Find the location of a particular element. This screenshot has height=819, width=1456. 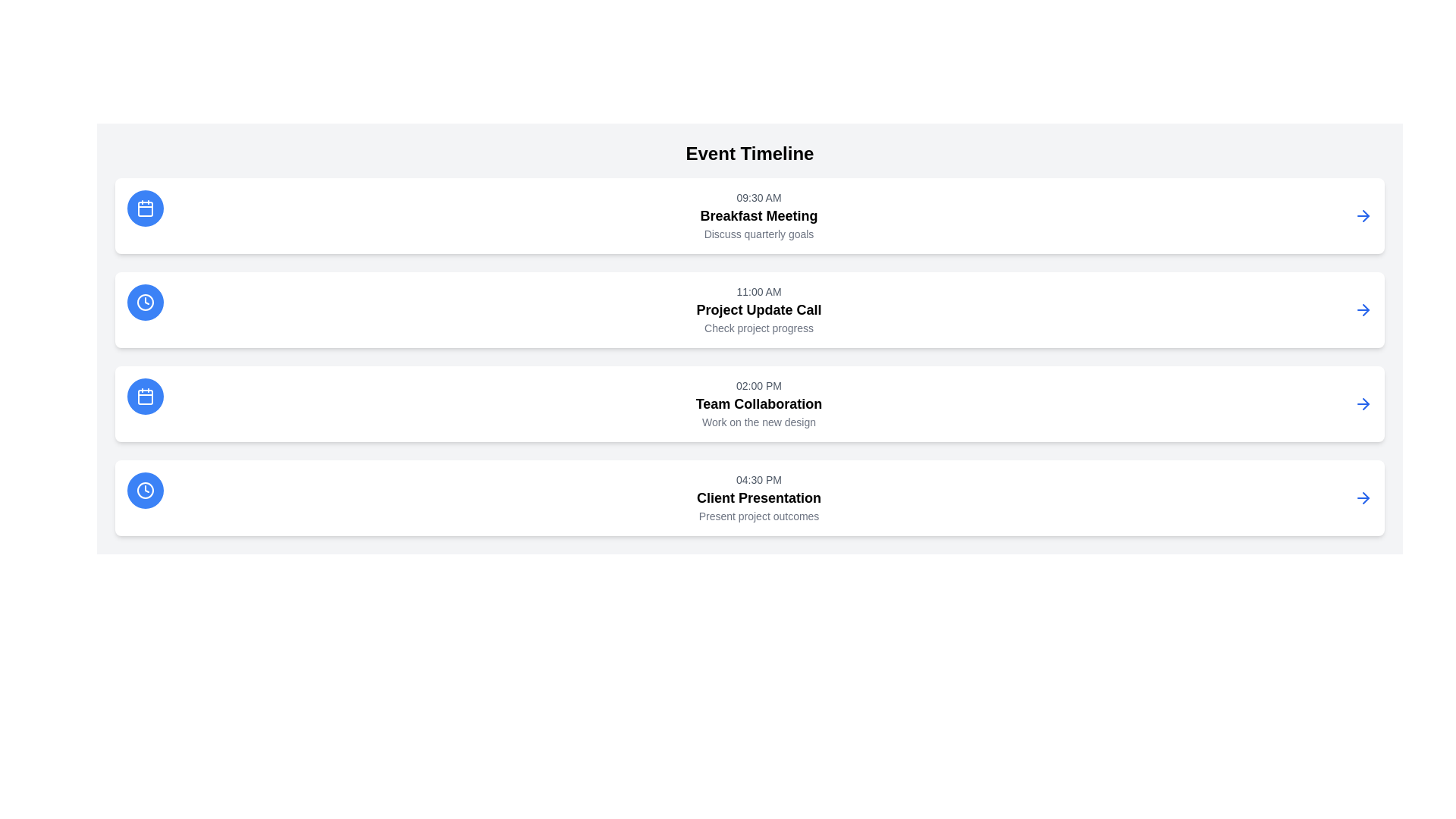

the right-pointing chevron SVG icon located at the right edge of the 'Project Update Call' entry in the Event Timeline interface is located at coordinates (1366, 309).